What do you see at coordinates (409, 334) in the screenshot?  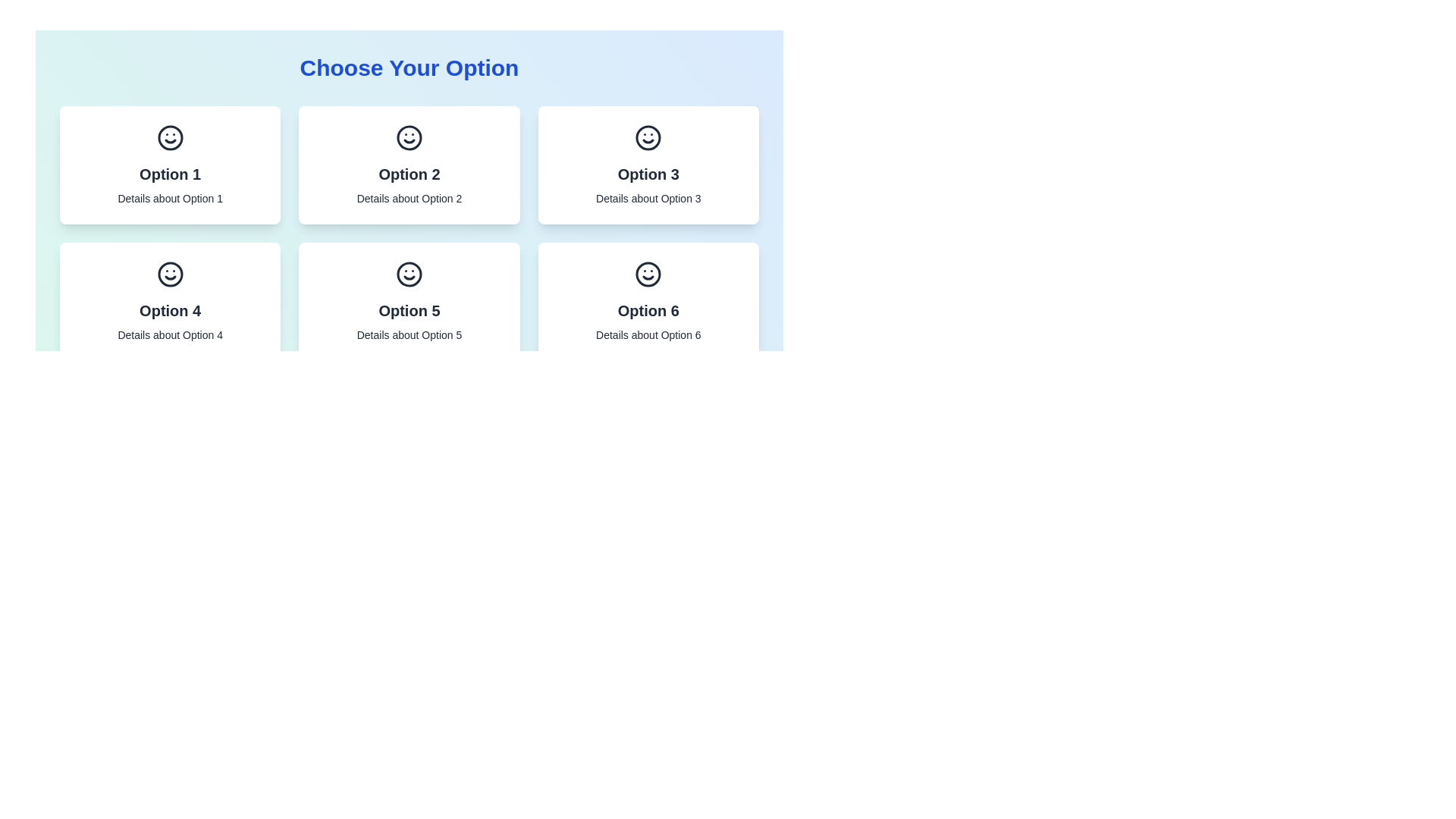 I see `the label providing details about 'Option 5', located in the lower section of the card labeled 'Option 5', which is the fifth card in the second row, center column of the grid layout` at bounding box center [409, 334].